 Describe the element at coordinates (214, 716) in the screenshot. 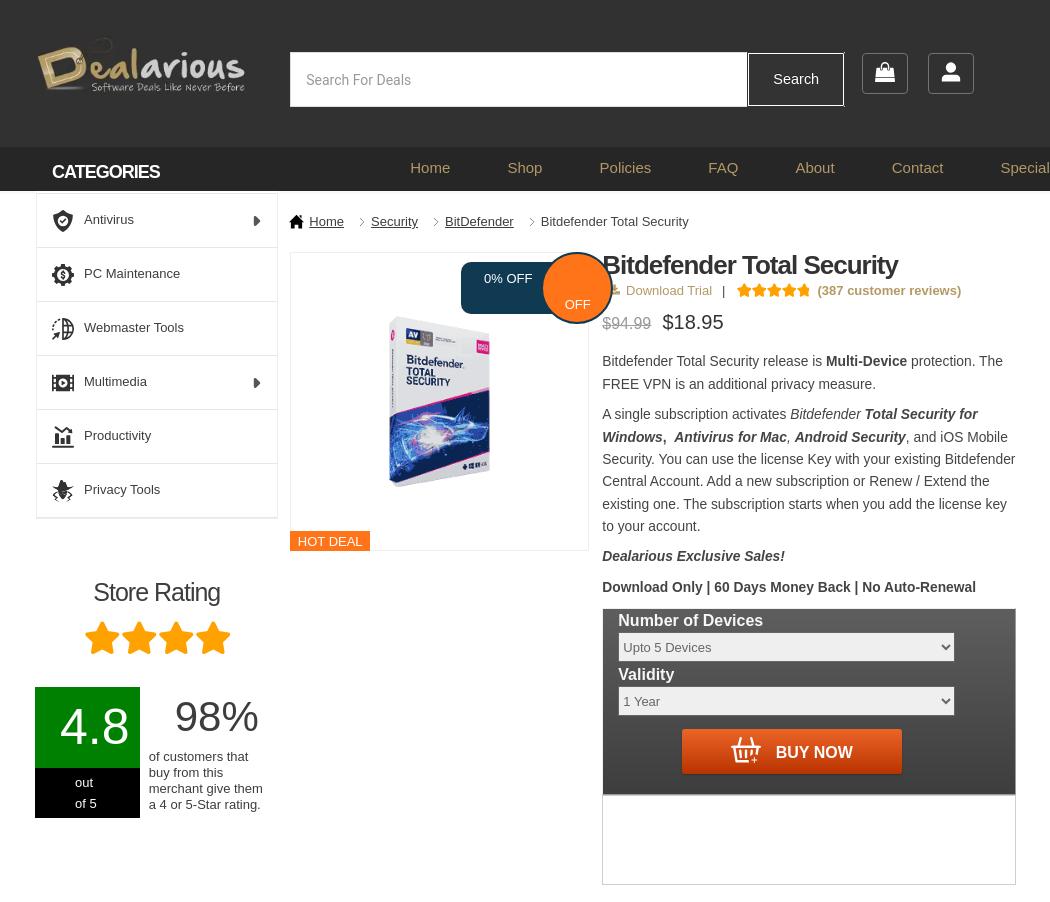

I see `'98%'` at that location.